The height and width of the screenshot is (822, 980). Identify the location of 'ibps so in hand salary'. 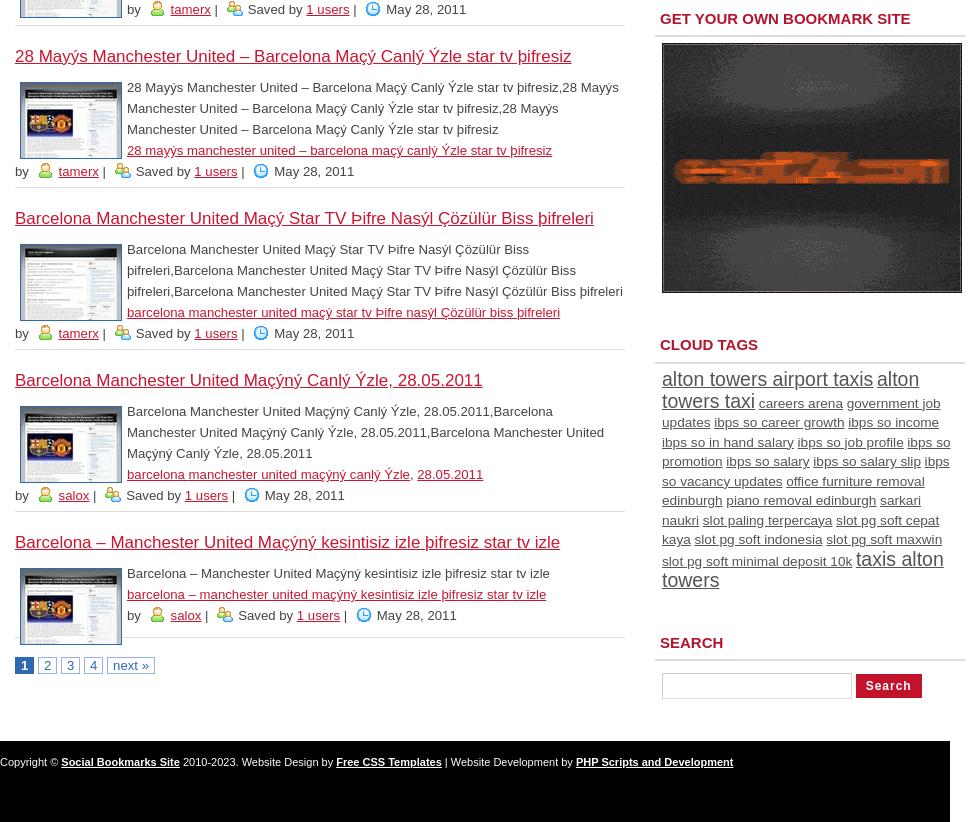
(727, 440).